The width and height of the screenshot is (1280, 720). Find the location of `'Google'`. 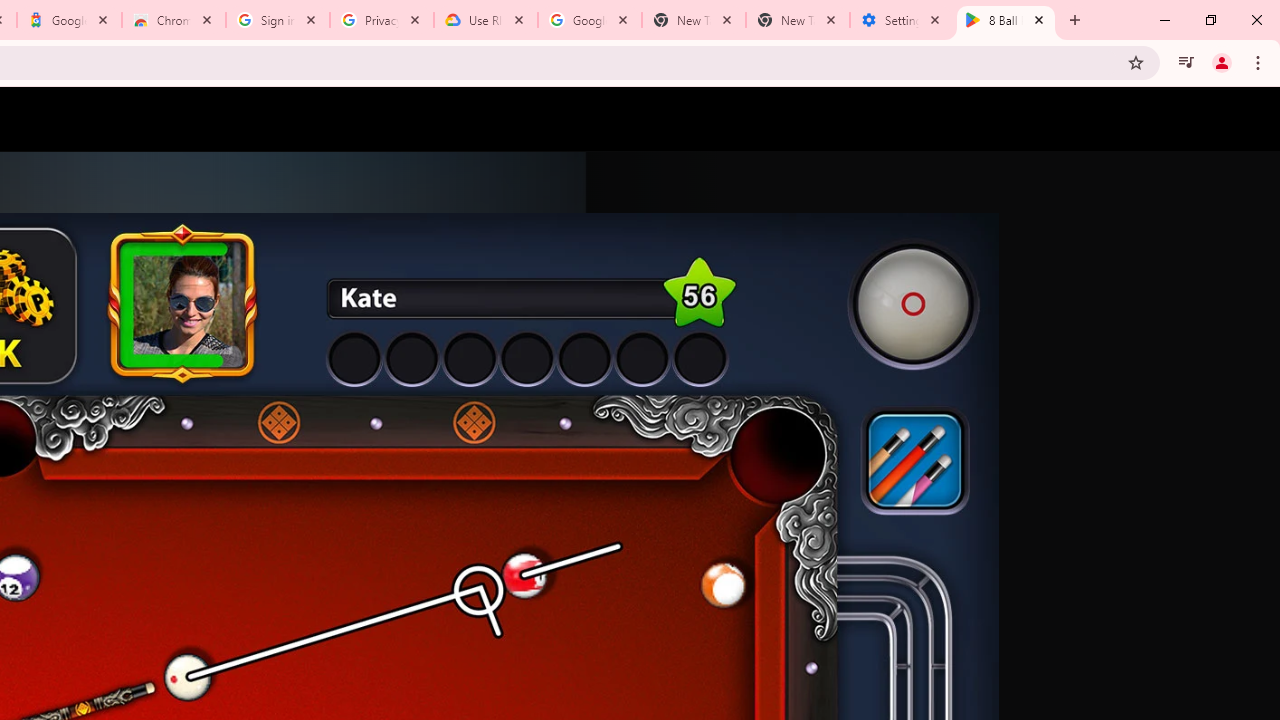

'Google' is located at coordinates (69, 20).